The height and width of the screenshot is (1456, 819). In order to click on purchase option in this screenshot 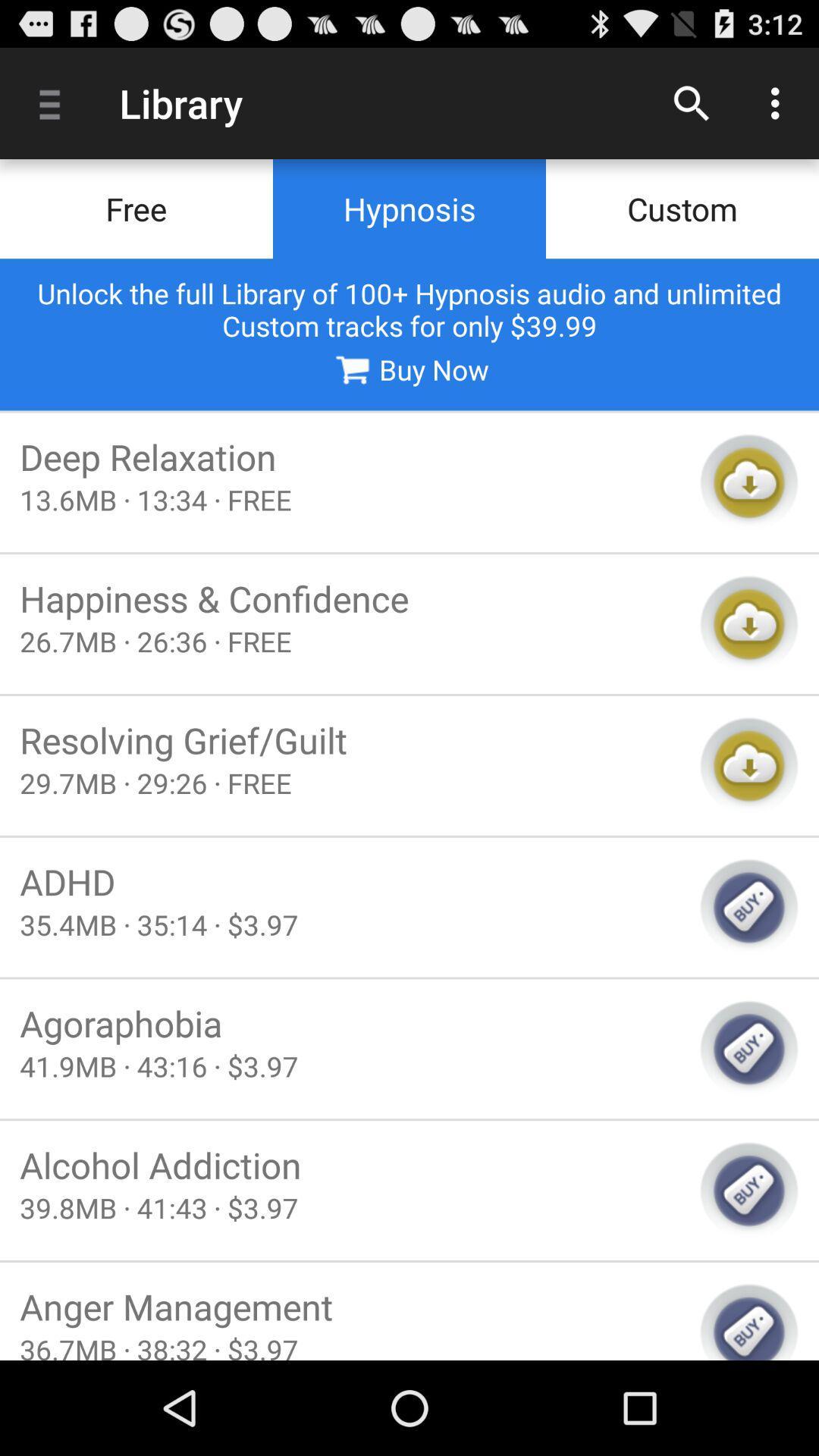, I will do `click(748, 1190)`.